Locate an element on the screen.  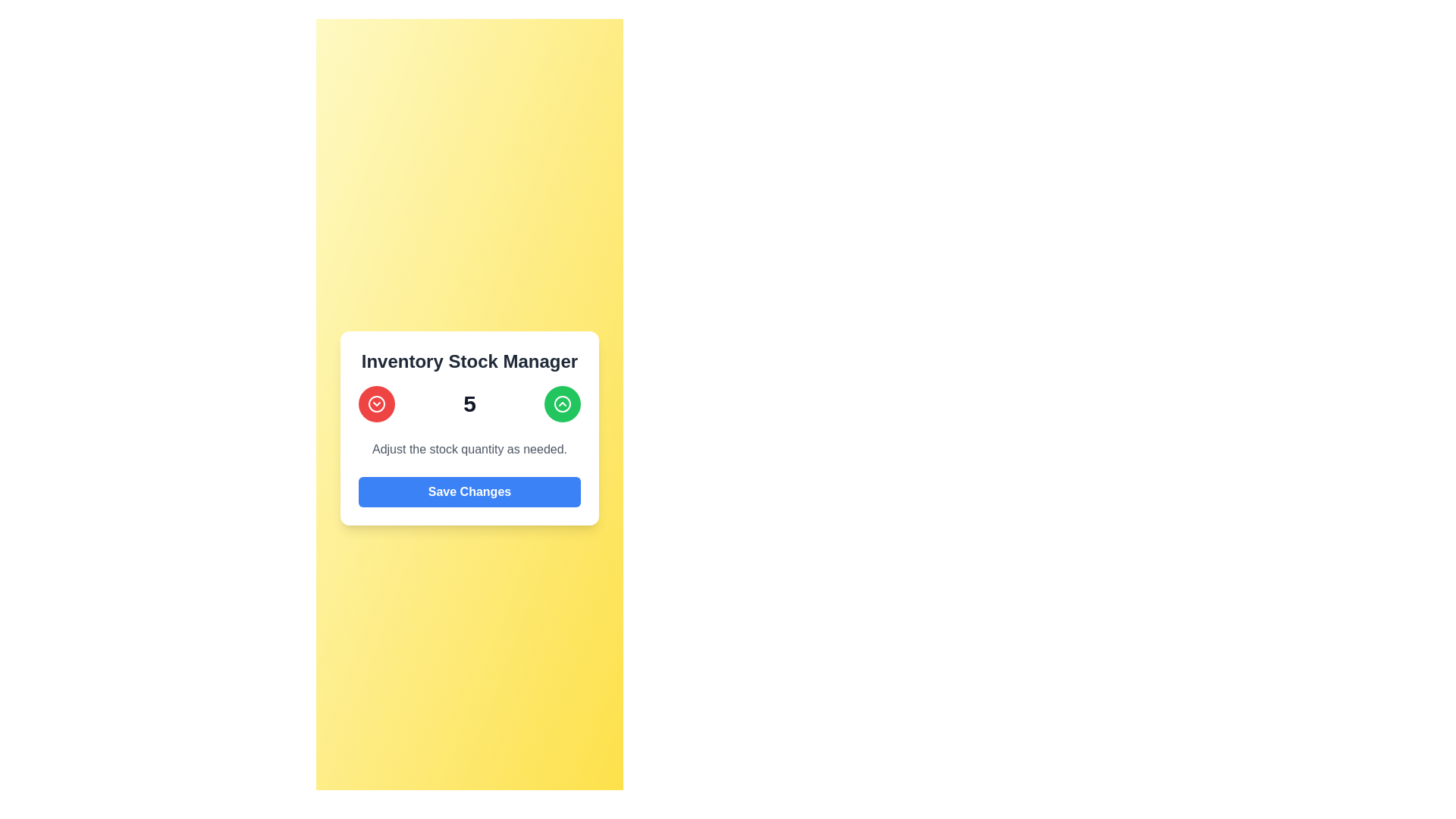
the circular red button with a white chevron arrow pointing downwards by is located at coordinates (377, 403).